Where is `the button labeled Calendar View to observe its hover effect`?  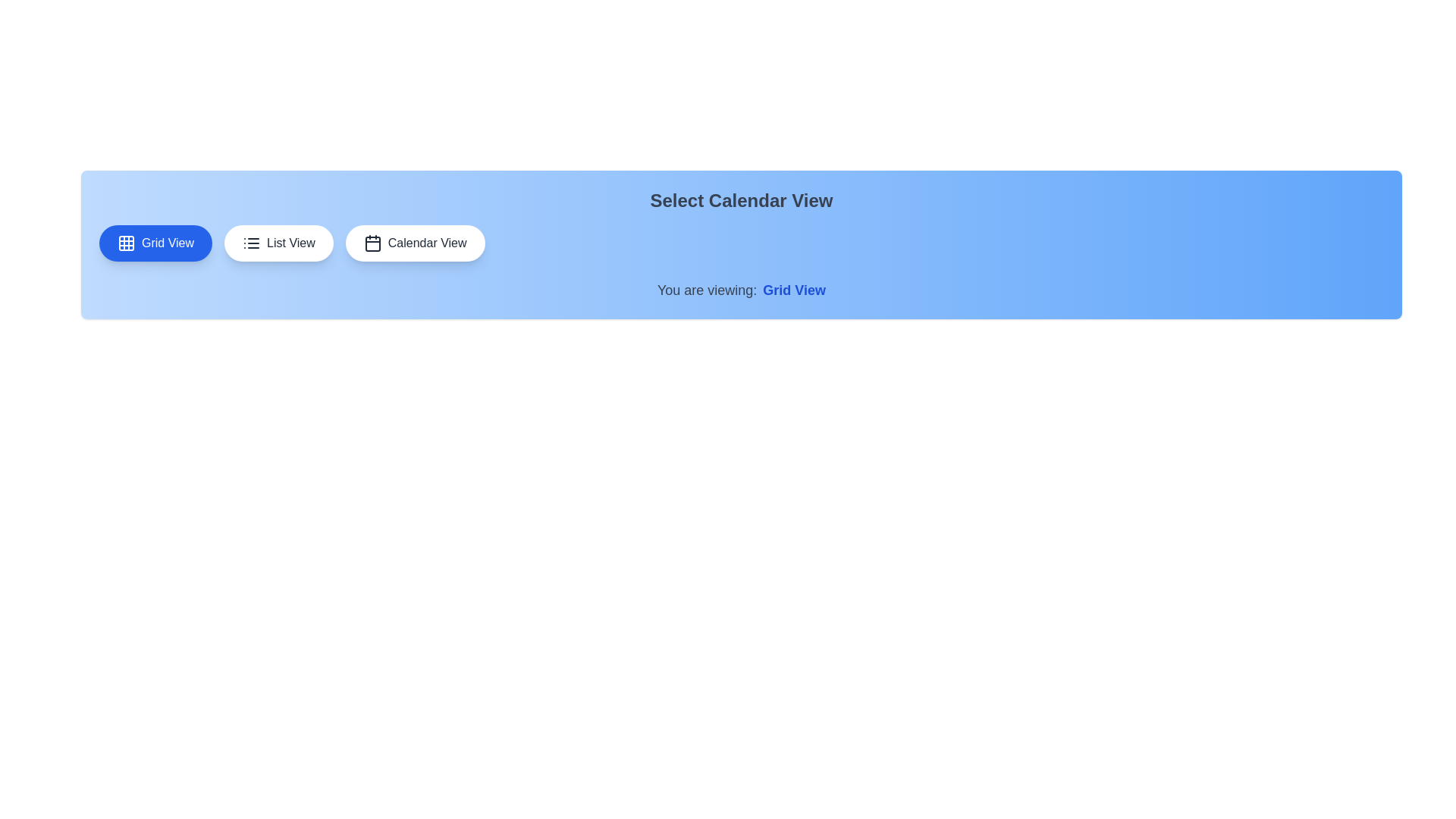 the button labeled Calendar View to observe its hover effect is located at coordinates (415, 242).